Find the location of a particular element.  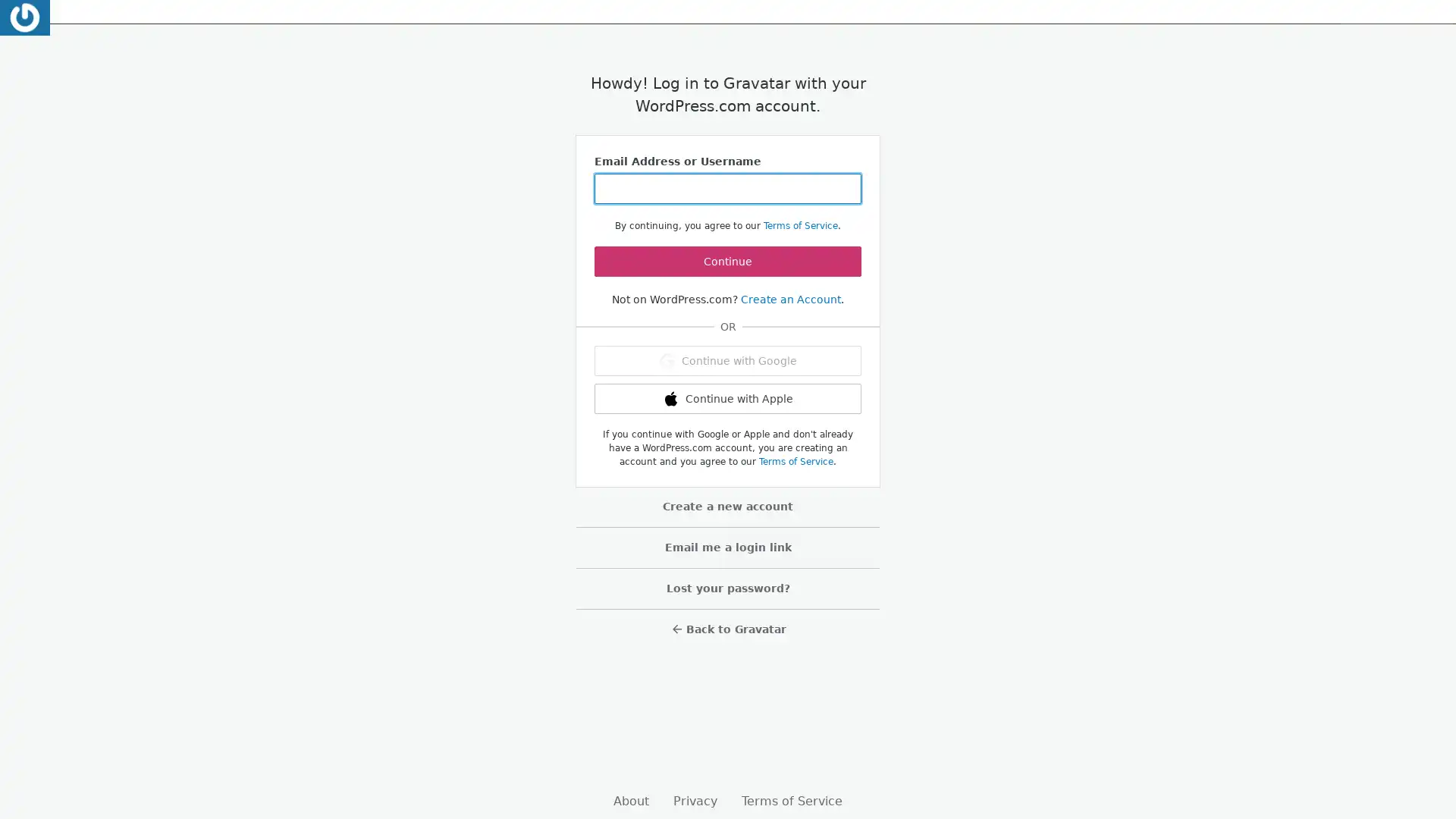

Continue is located at coordinates (728, 260).